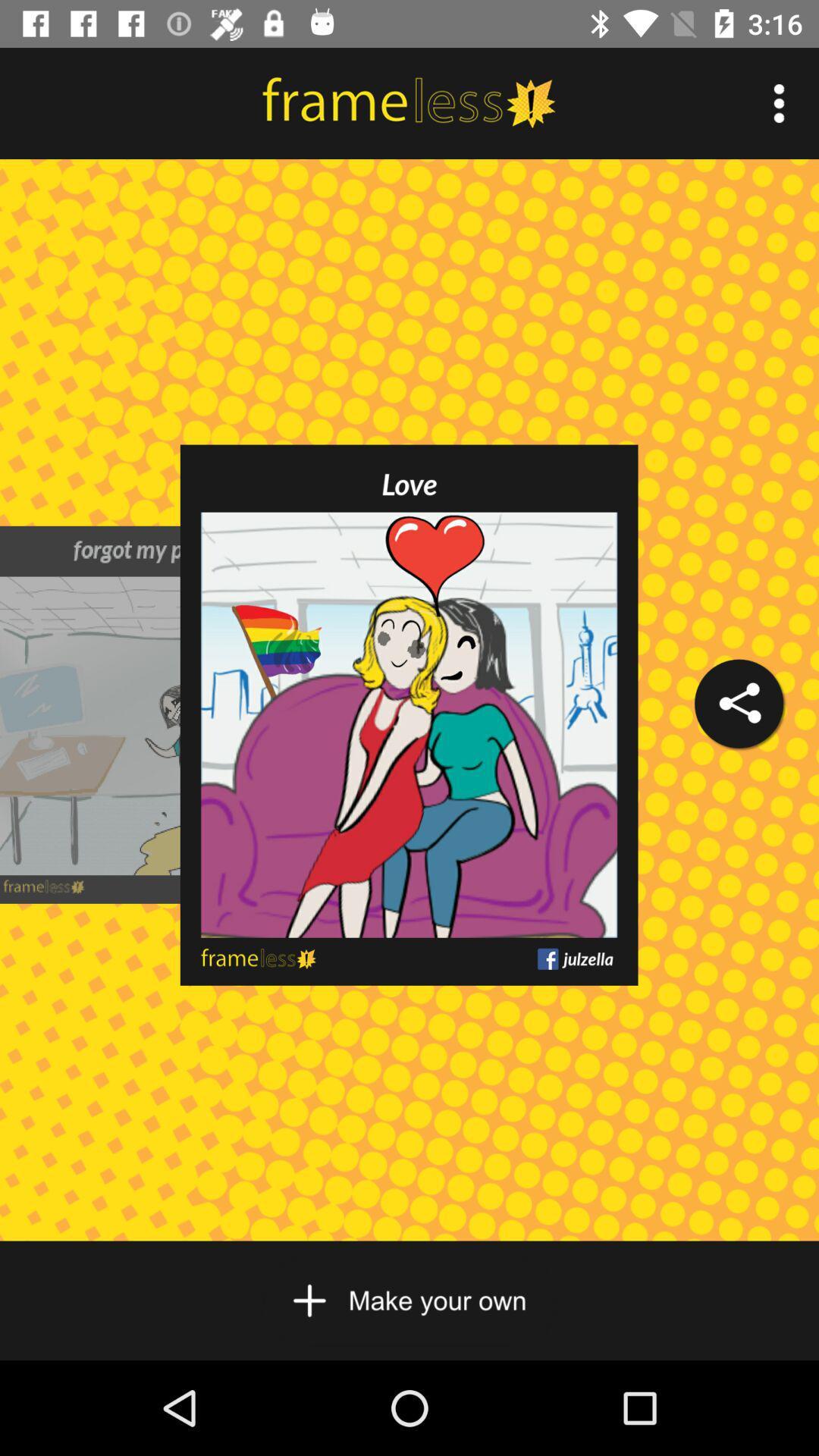 Image resolution: width=819 pixels, height=1456 pixels. I want to click on share, so click(738, 703).